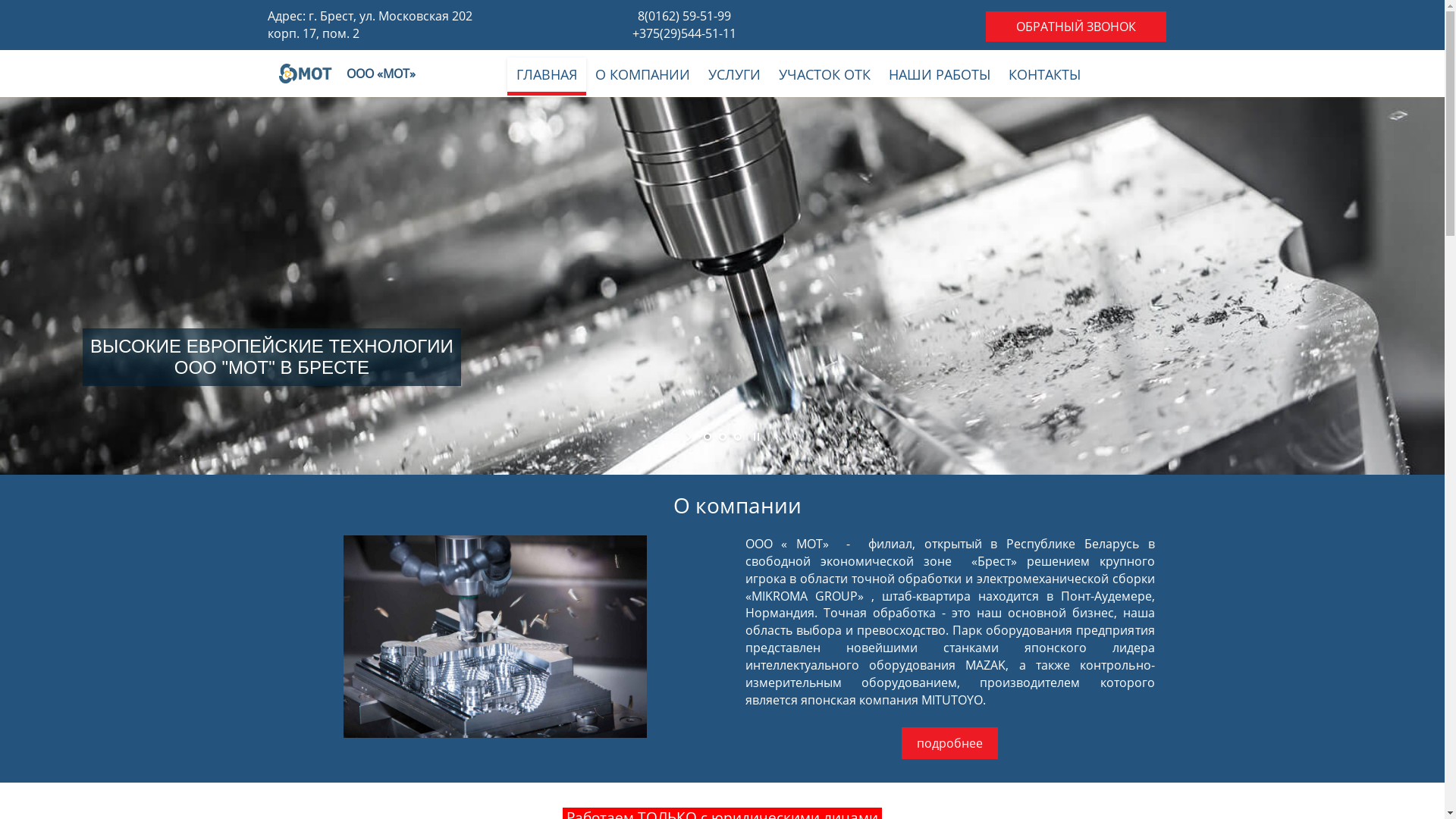 The image size is (1456, 819). I want to click on '+375(29)544-51-11', so click(683, 33).